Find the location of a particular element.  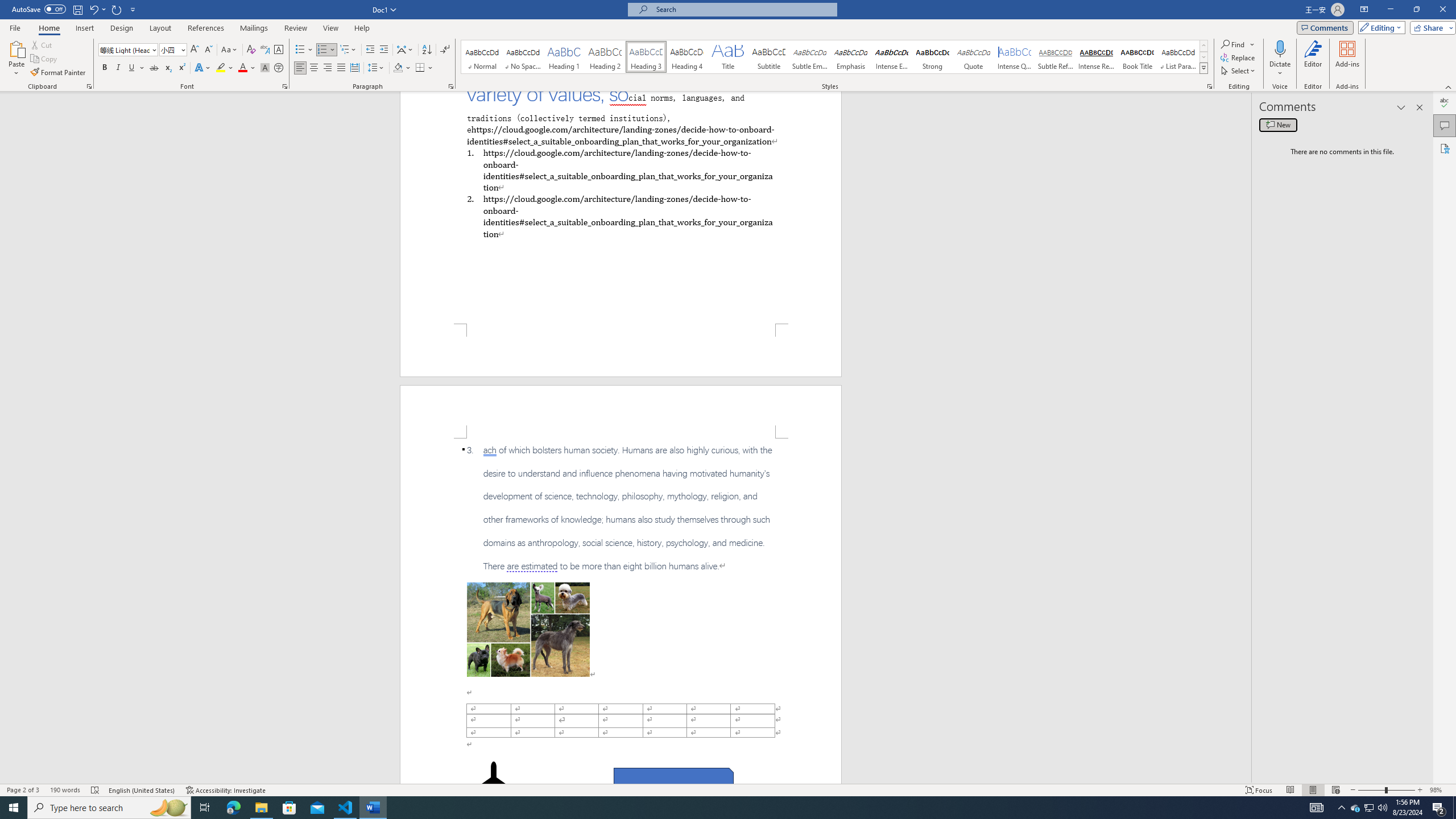

'Text Effects and Typography' is located at coordinates (201, 67).